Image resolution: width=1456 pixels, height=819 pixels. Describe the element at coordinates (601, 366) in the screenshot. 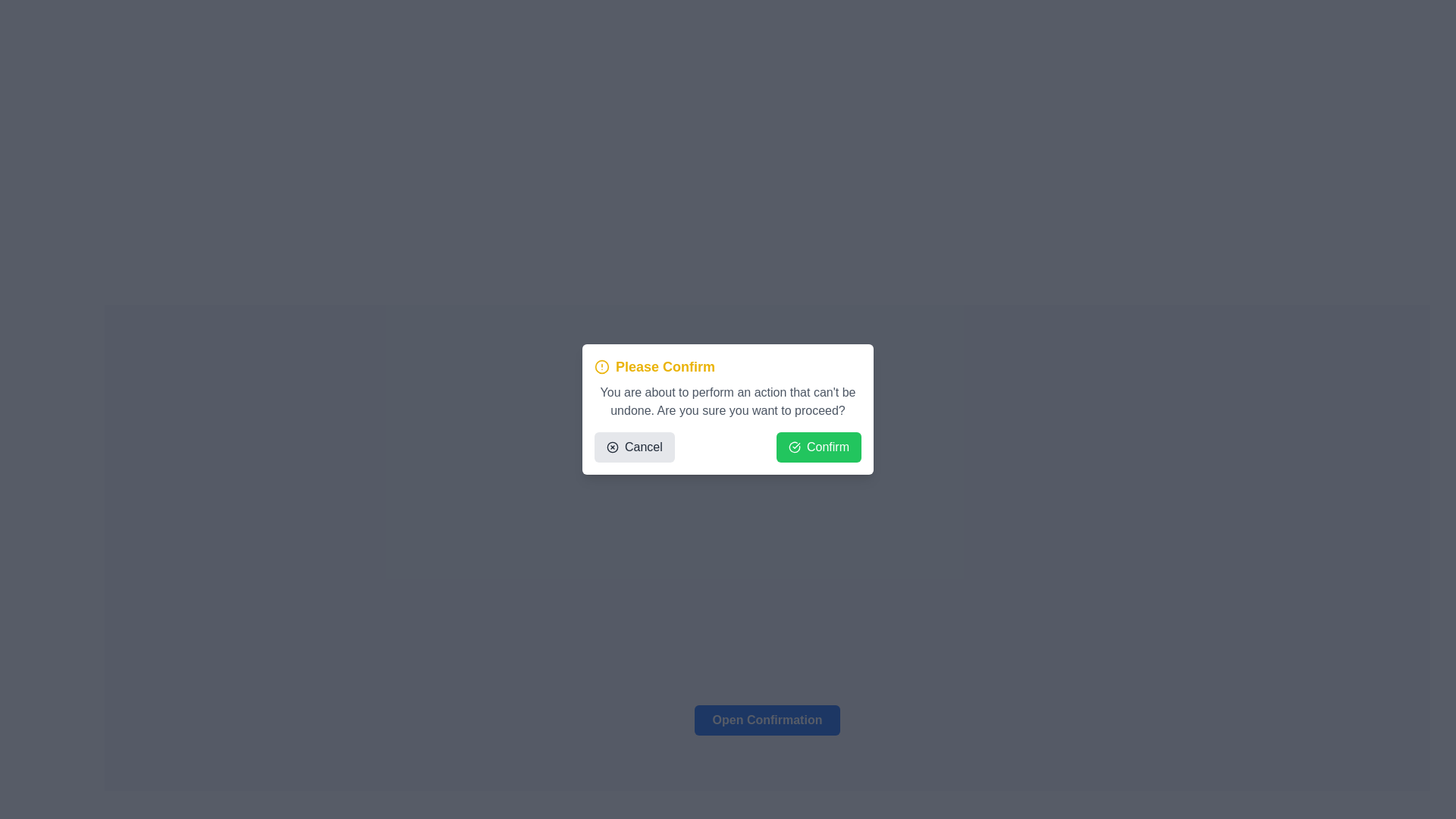

I see `the alert or warning icon located to the left of the 'Please Confirm' text in the dialog header area` at that location.